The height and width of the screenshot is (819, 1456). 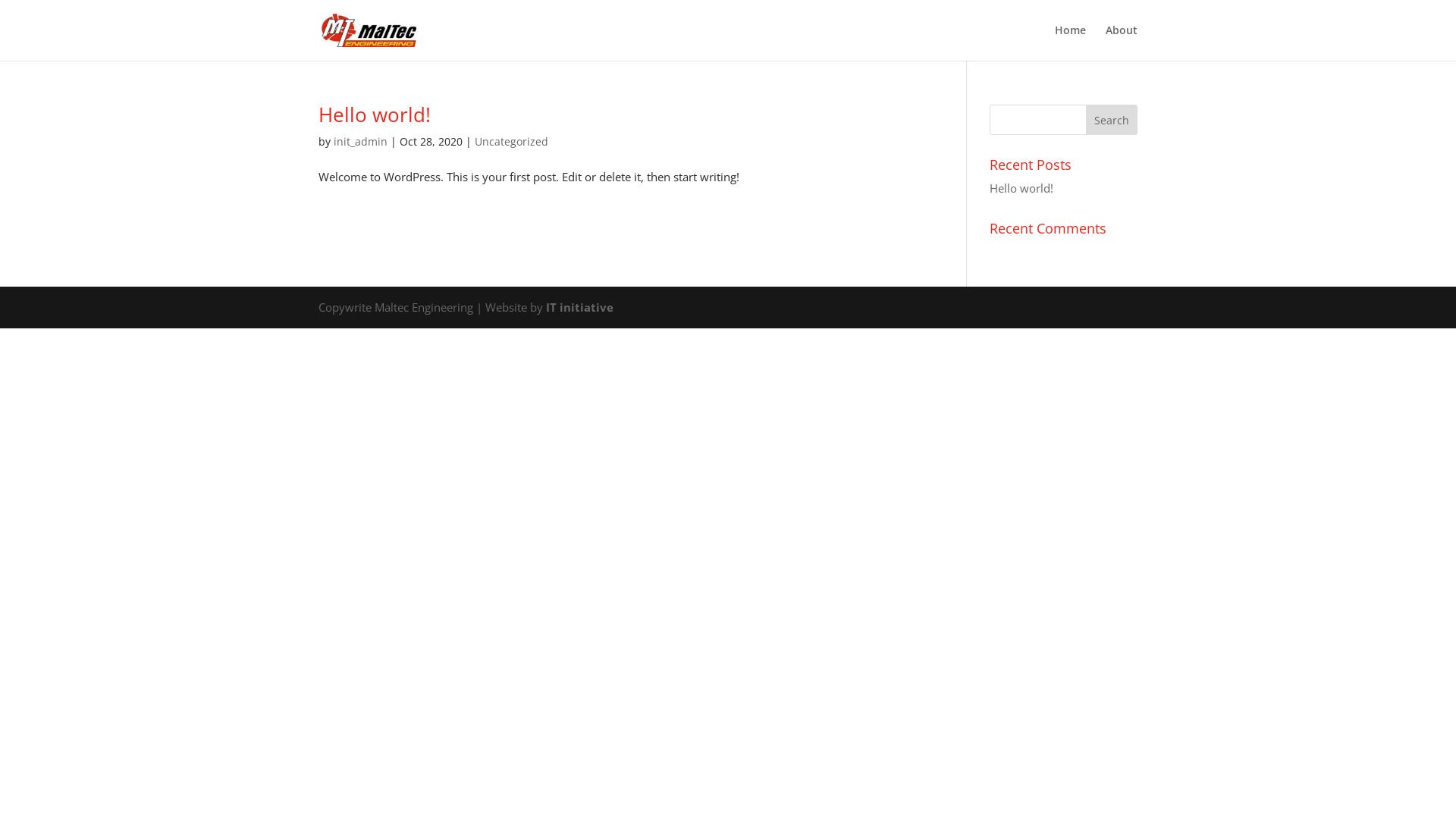 I want to click on 'IT initiative', so click(x=579, y=306).